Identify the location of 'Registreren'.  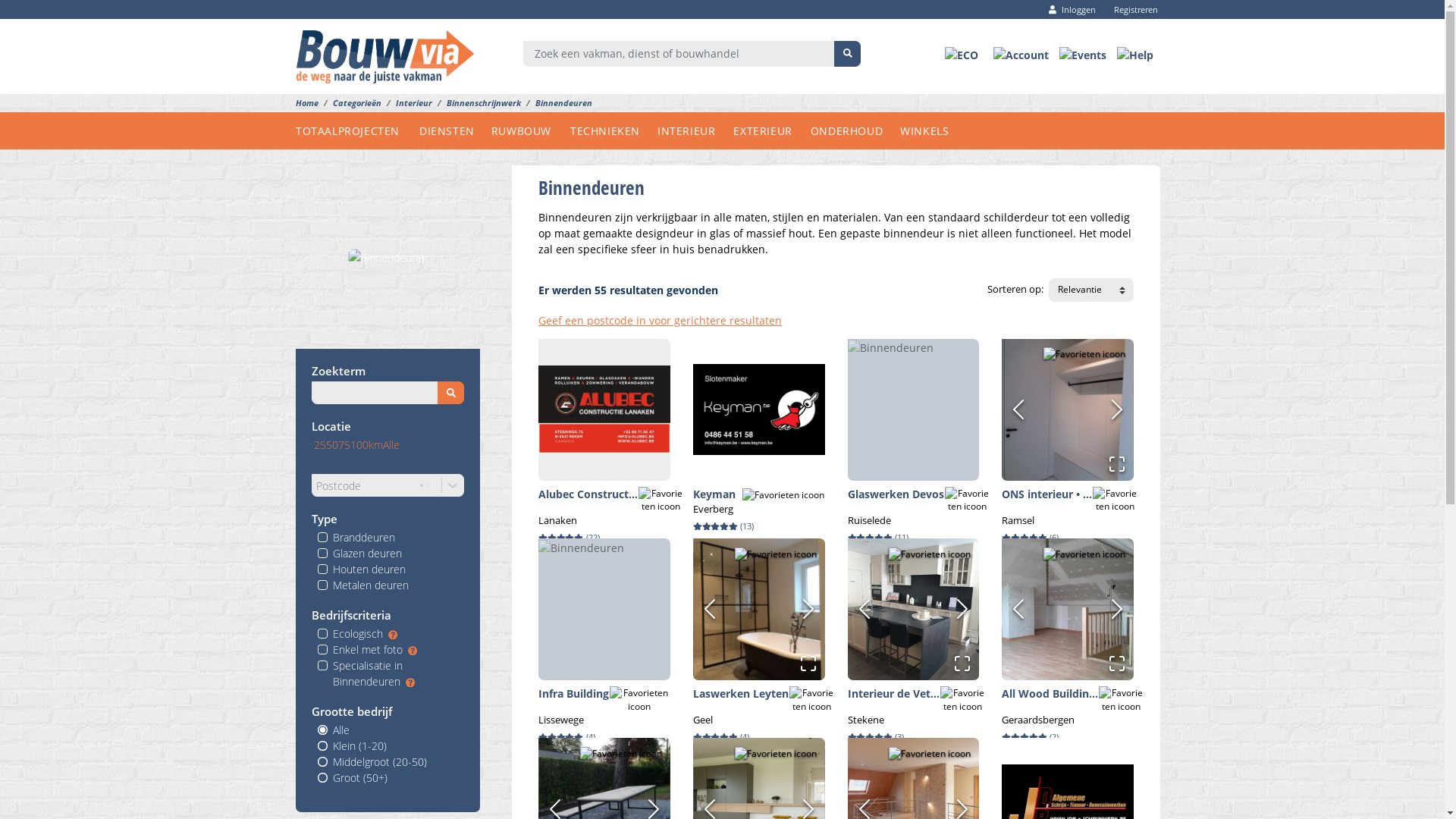
(1131, 9).